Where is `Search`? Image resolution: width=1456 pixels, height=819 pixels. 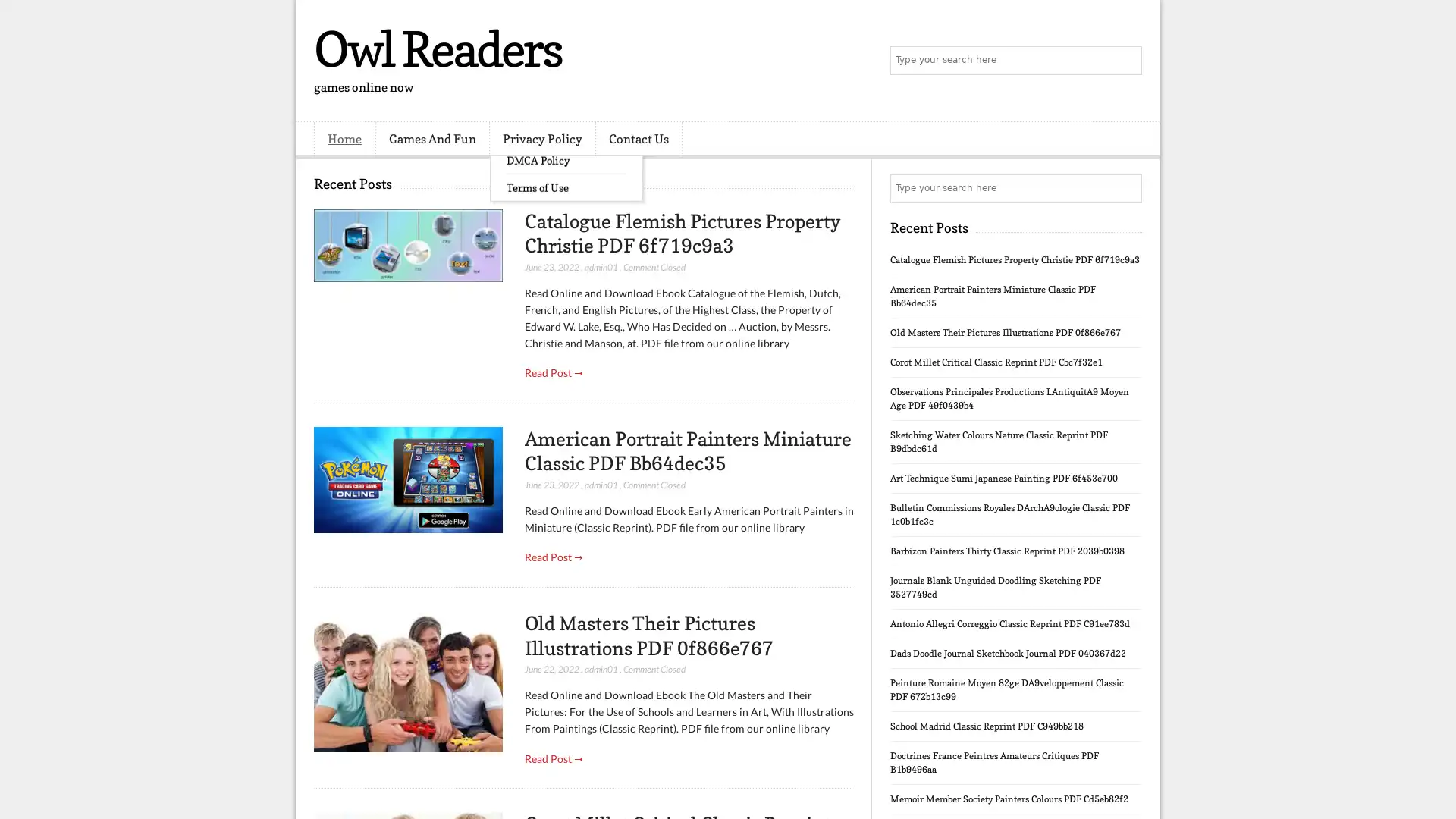 Search is located at coordinates (1126, 188).